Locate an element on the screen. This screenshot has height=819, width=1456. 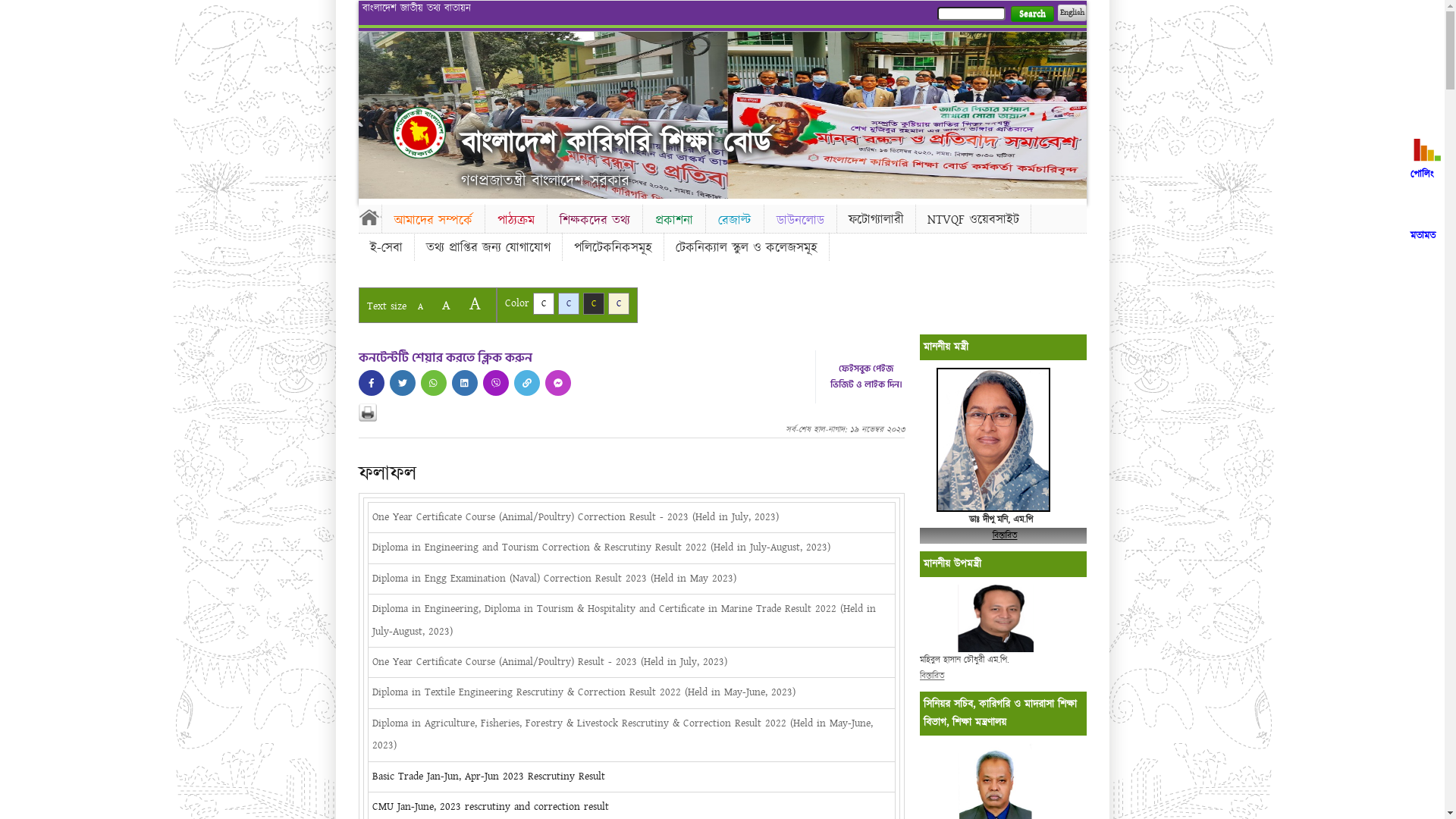
'C' is located at coordinates (567, 303).